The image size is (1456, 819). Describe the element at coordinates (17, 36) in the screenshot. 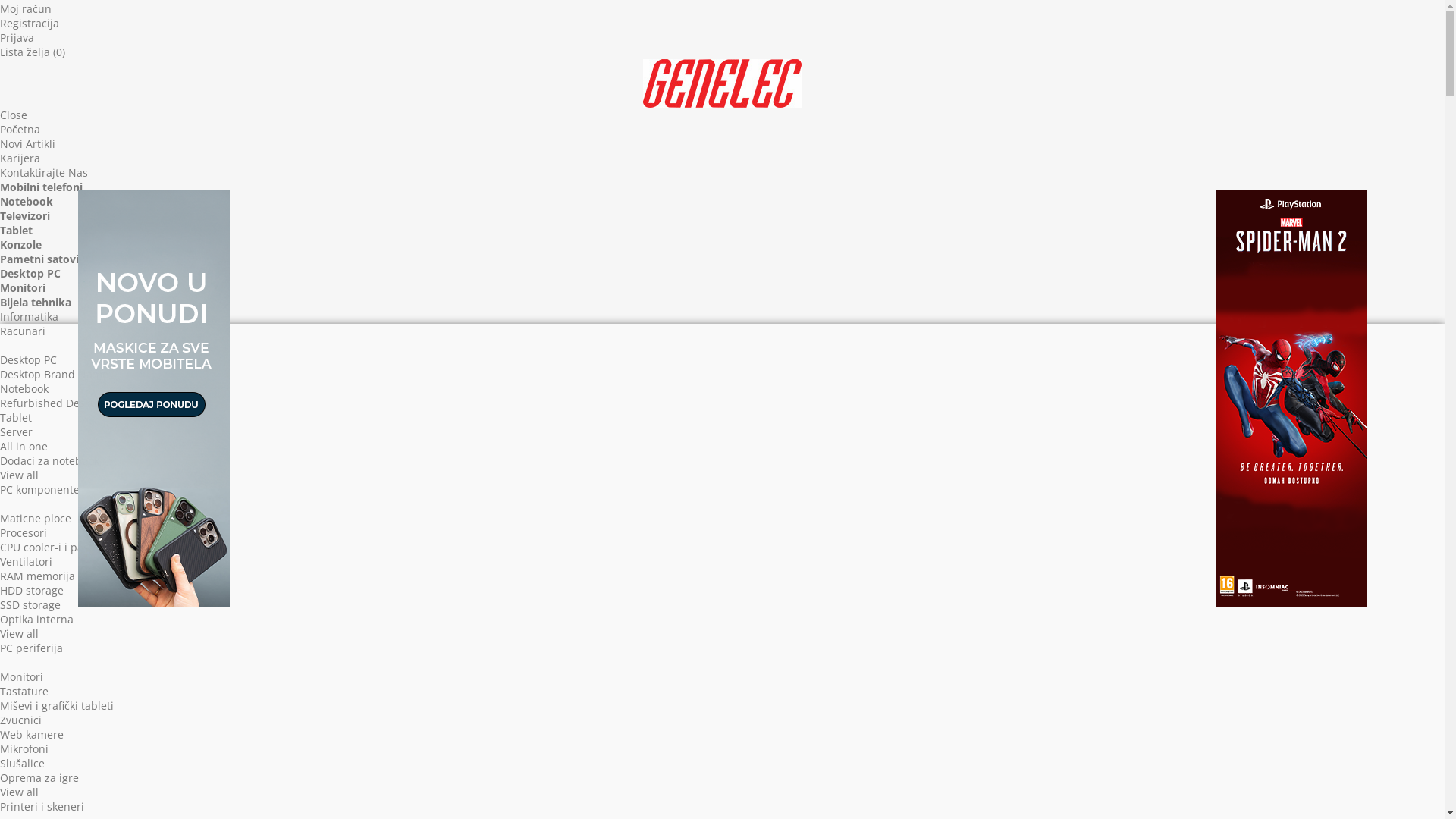

I see `'Prijava'` at that location.